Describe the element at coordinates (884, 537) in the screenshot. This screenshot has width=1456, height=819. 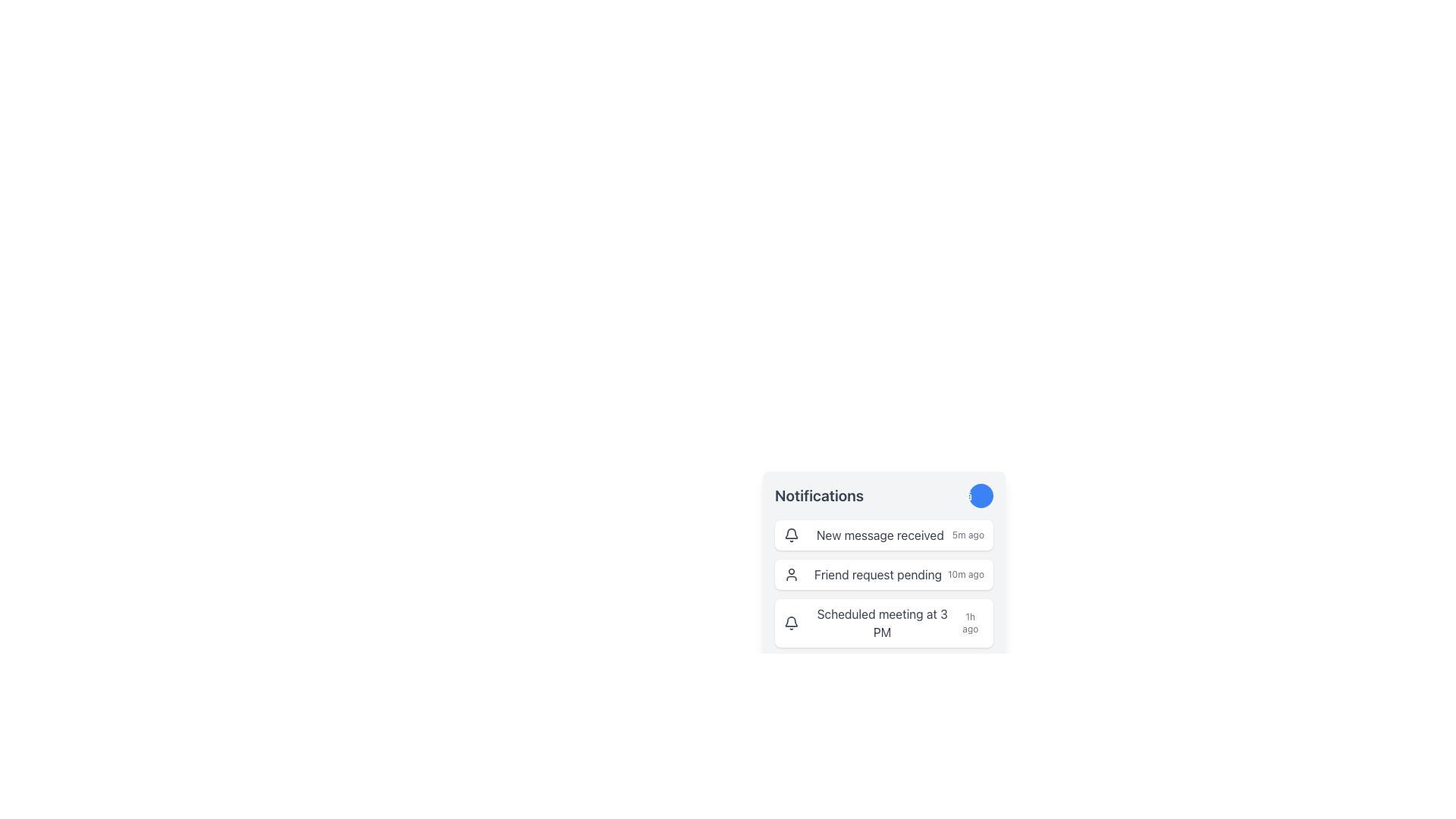
I see `individual items within the notification panel` at that location.